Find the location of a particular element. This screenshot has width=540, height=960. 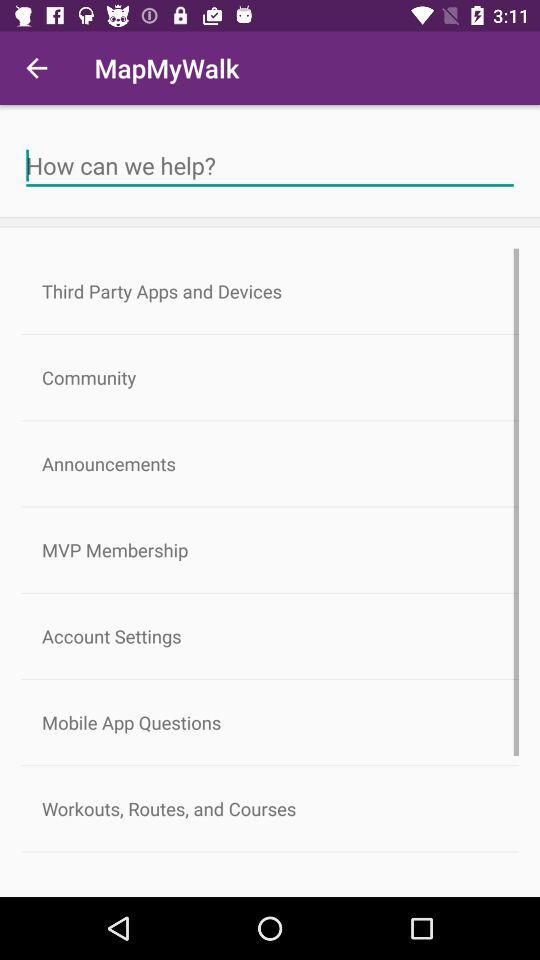

item to the left of the mapmywalk item is located at coordinates (36, 68).